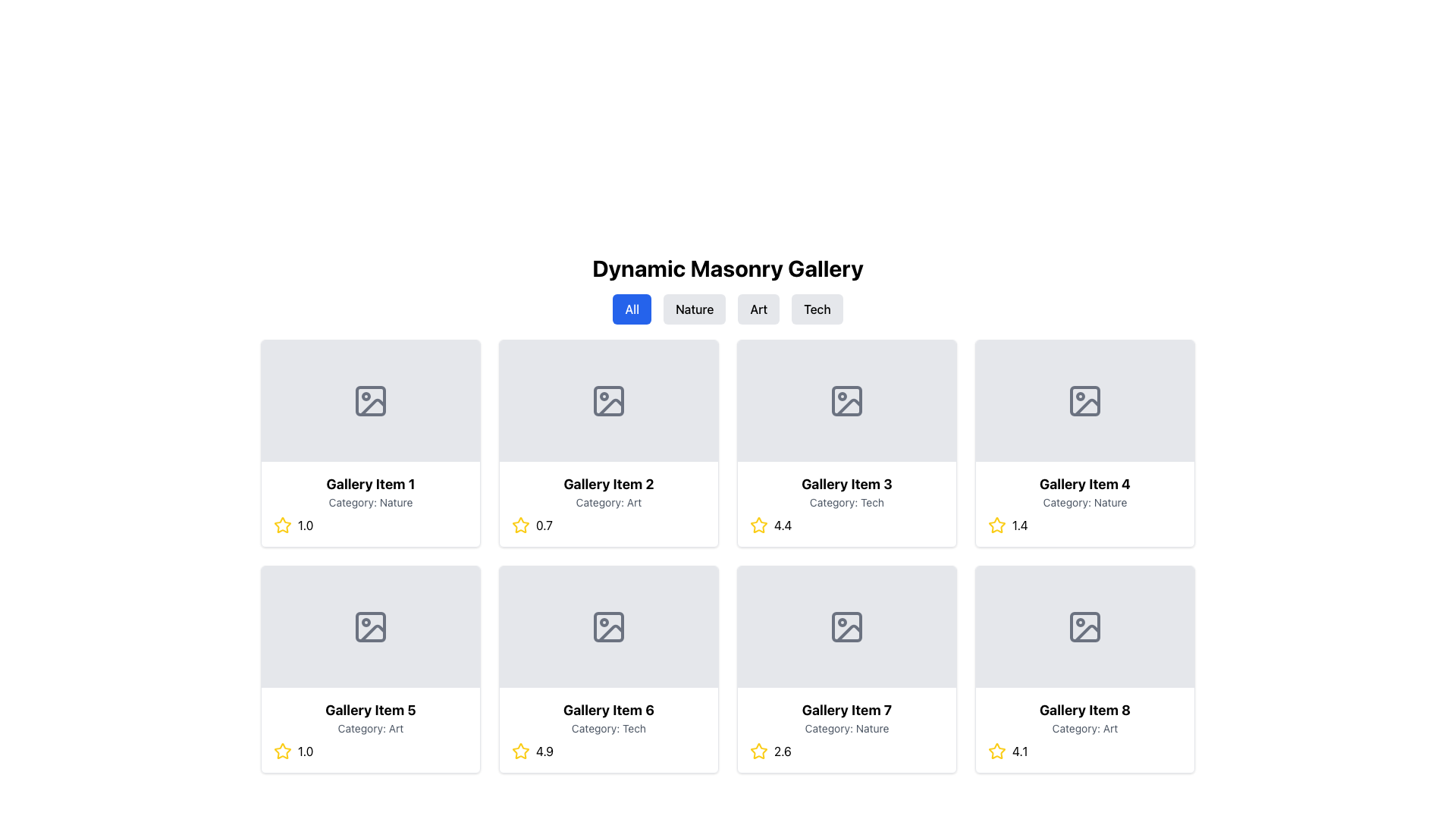 This screenshot has width=1456, height=819. I want to click on the yellow star icon with a hollow center located under the 'Gallery Item 5' card in the grid layout, so click(283, 751).